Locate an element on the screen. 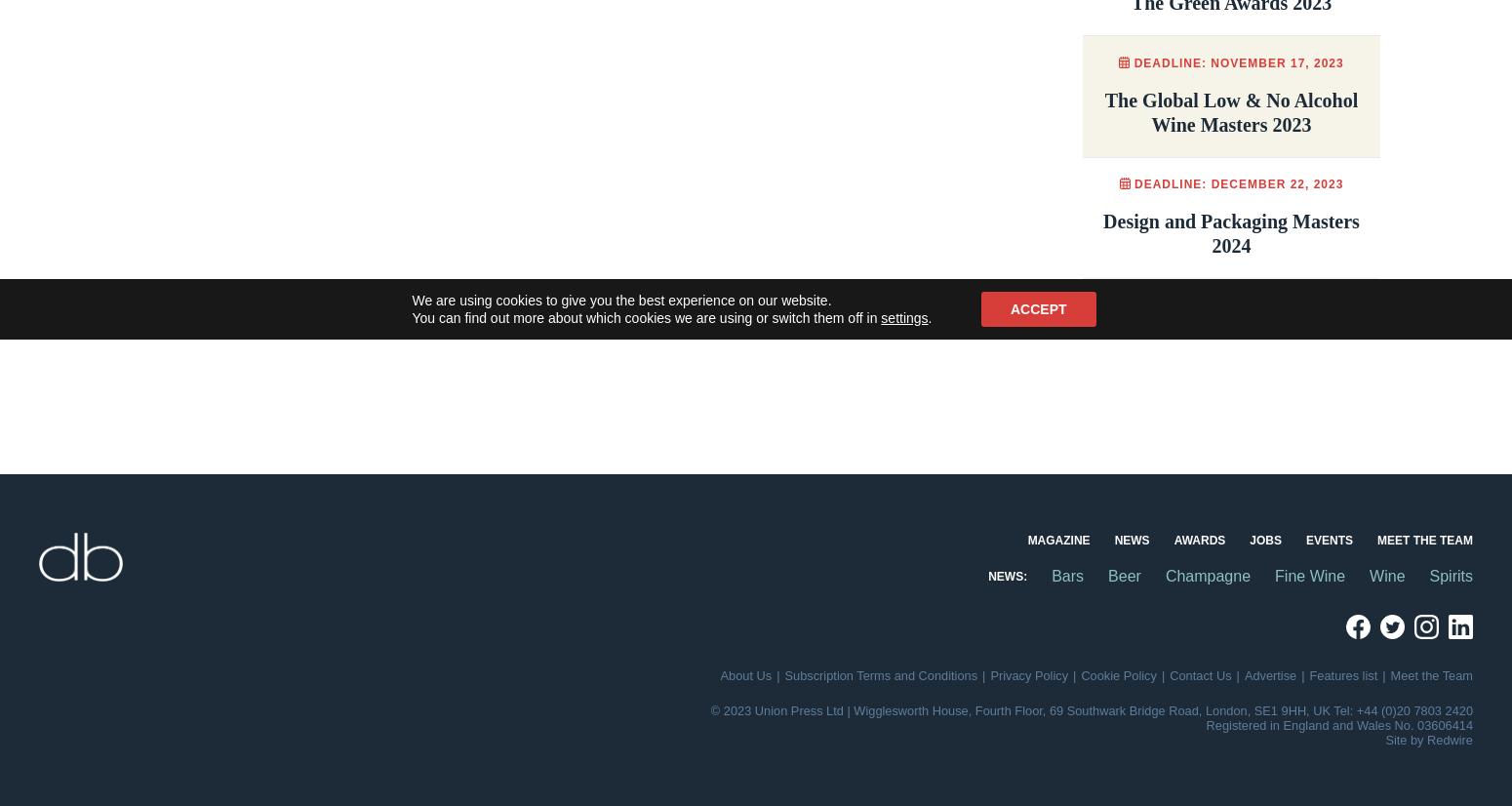  '+44 (0)20 7803 2420' is located at coordinates (1413, 709).